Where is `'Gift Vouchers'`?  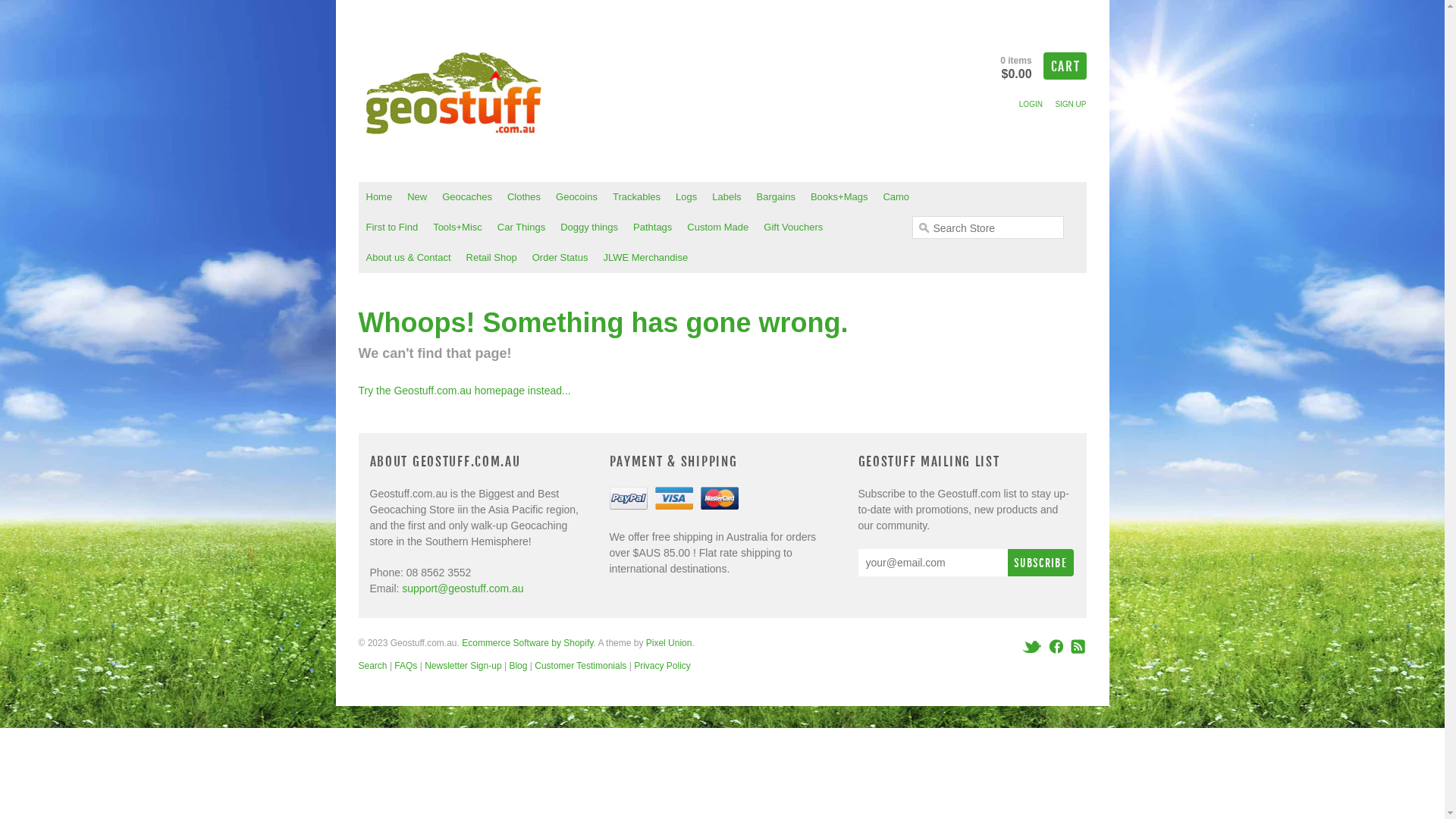 'Gift Vouchers' is located at coordinates (792, 227).